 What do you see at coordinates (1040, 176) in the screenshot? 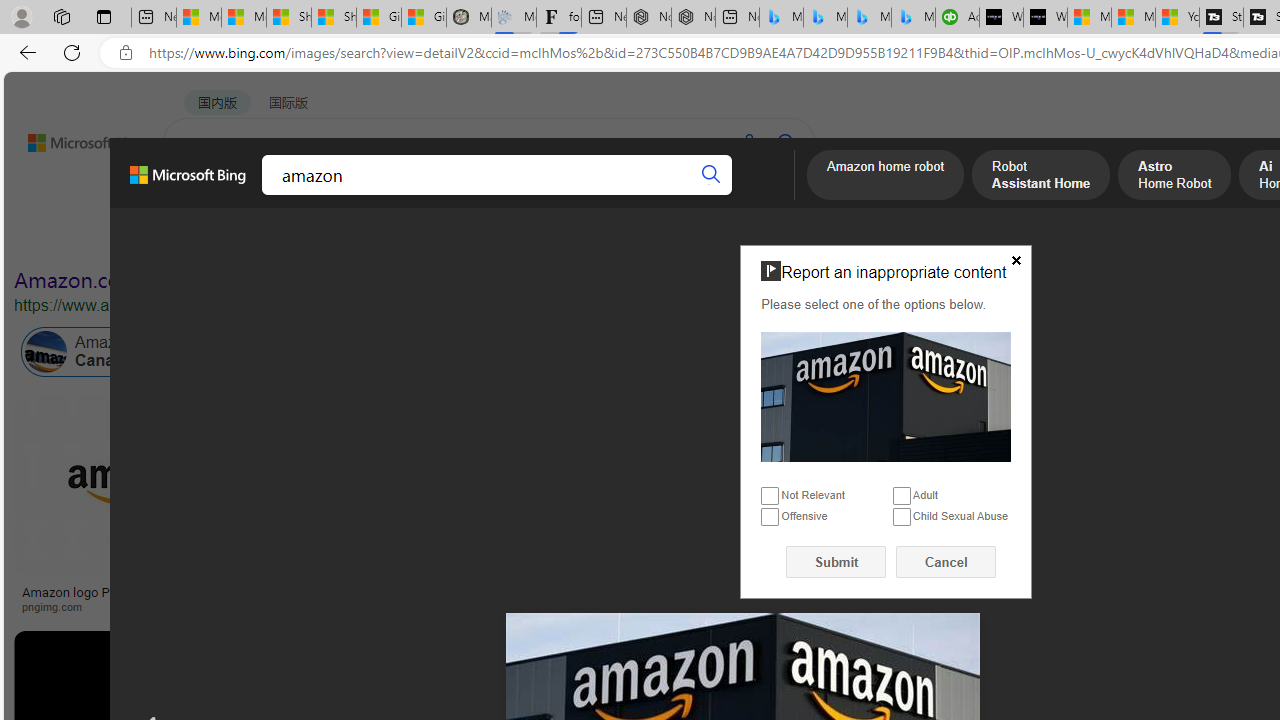
I see `'Robot Assistant Home'` at bounding box center [1040, 176].